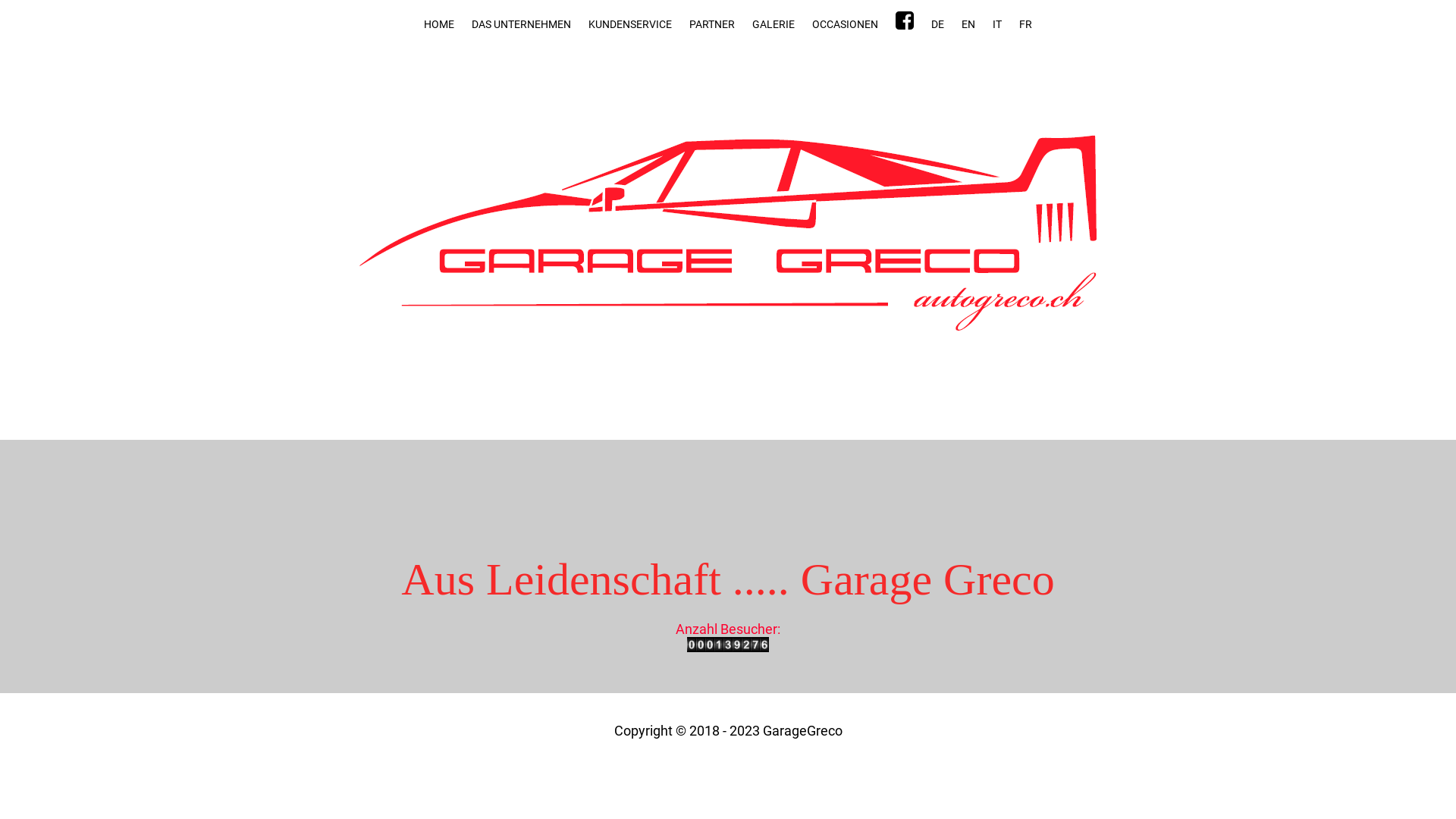 This screenshot has height=819, width=1456. What do you see at coordinates (629, 24) in the screenshot?
I see `'KUNDENSERVICE'` at bounding box center [629, 24].